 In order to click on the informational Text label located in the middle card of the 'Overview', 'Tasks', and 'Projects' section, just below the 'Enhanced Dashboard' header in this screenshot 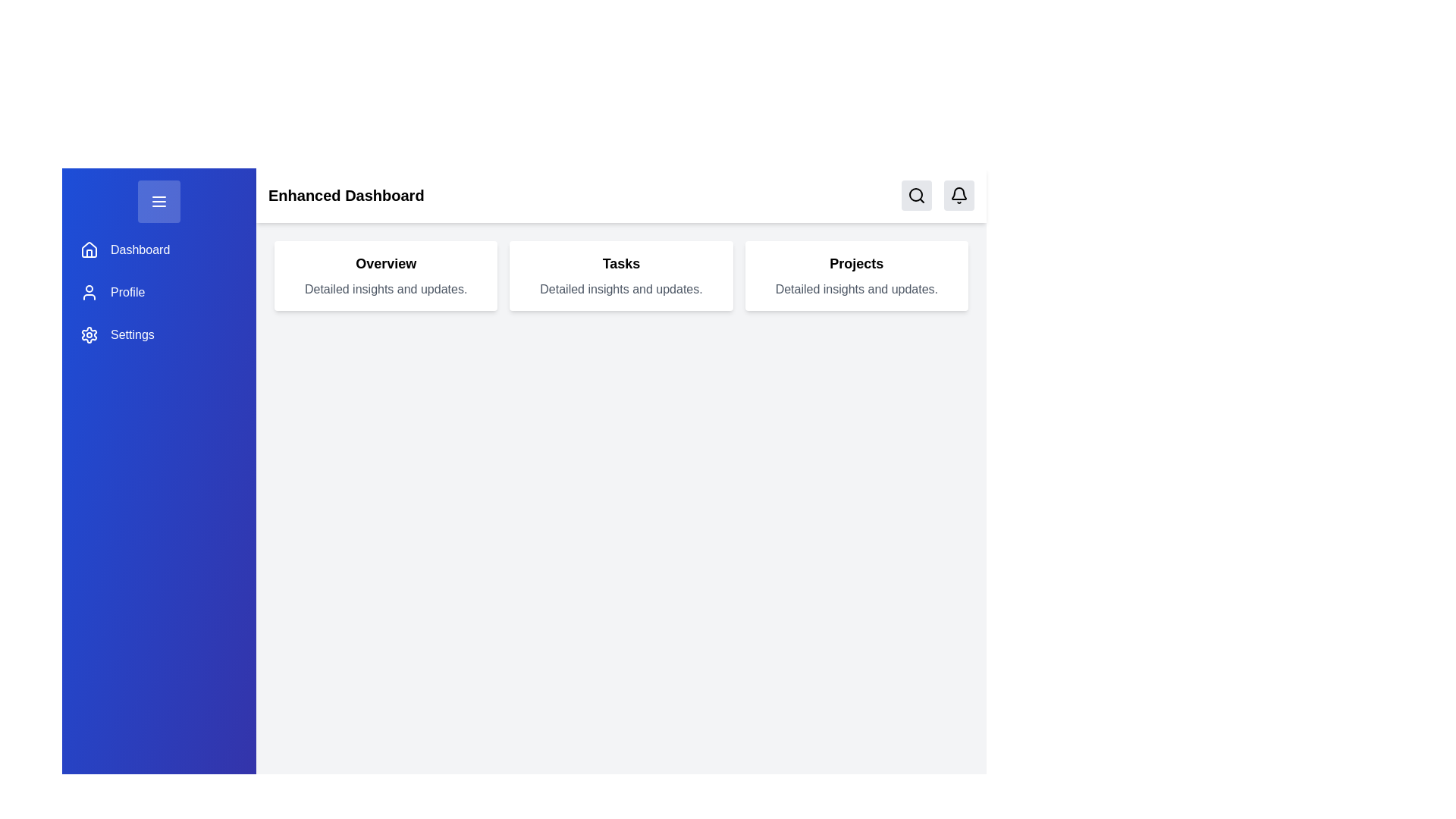, I will do `click(621, 289)`.